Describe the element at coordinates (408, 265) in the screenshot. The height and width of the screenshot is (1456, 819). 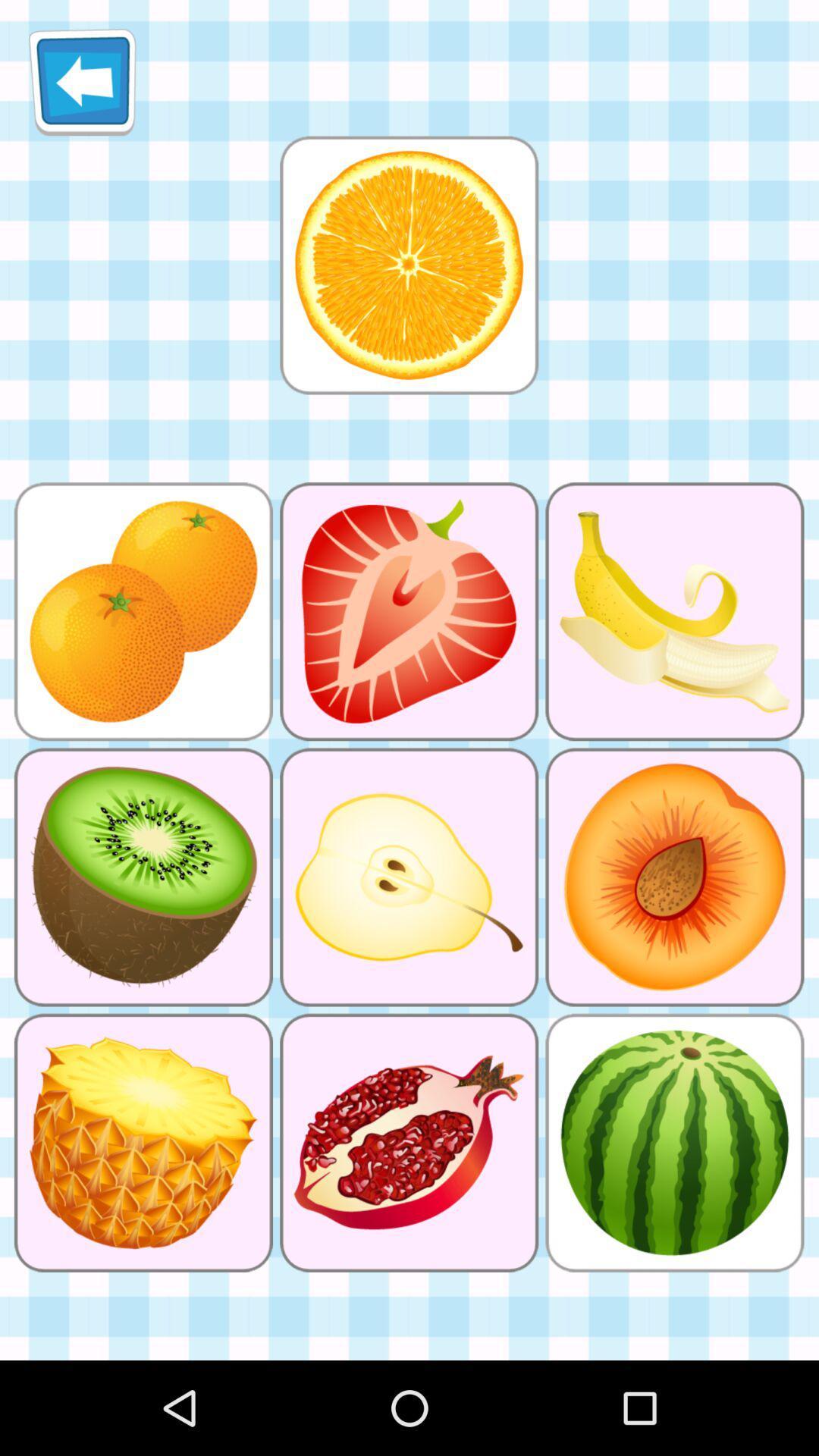
I see `selection` at that location.